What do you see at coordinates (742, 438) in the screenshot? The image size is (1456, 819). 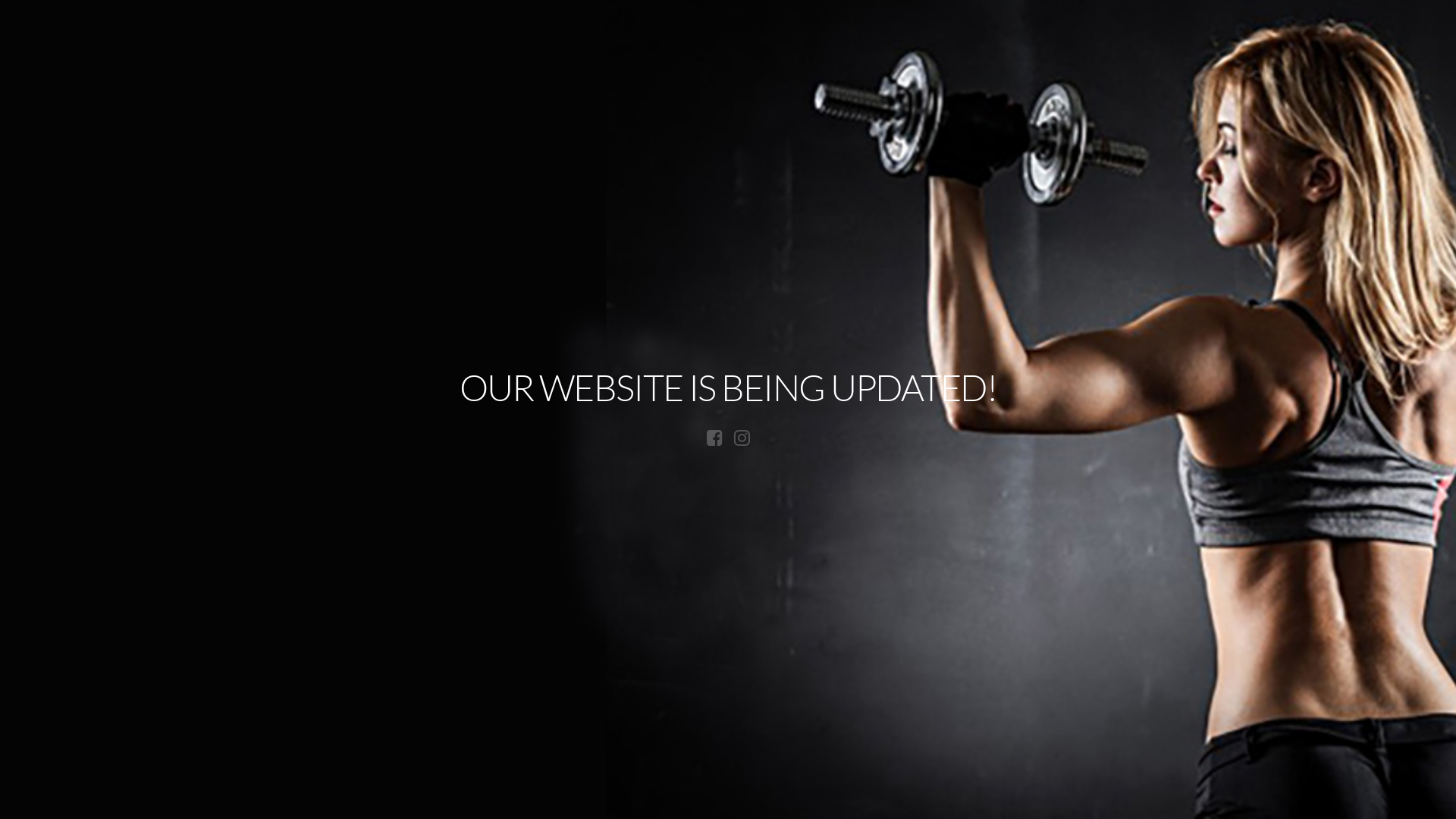 I see `'Instagram'` at bounding box center [742, 438].